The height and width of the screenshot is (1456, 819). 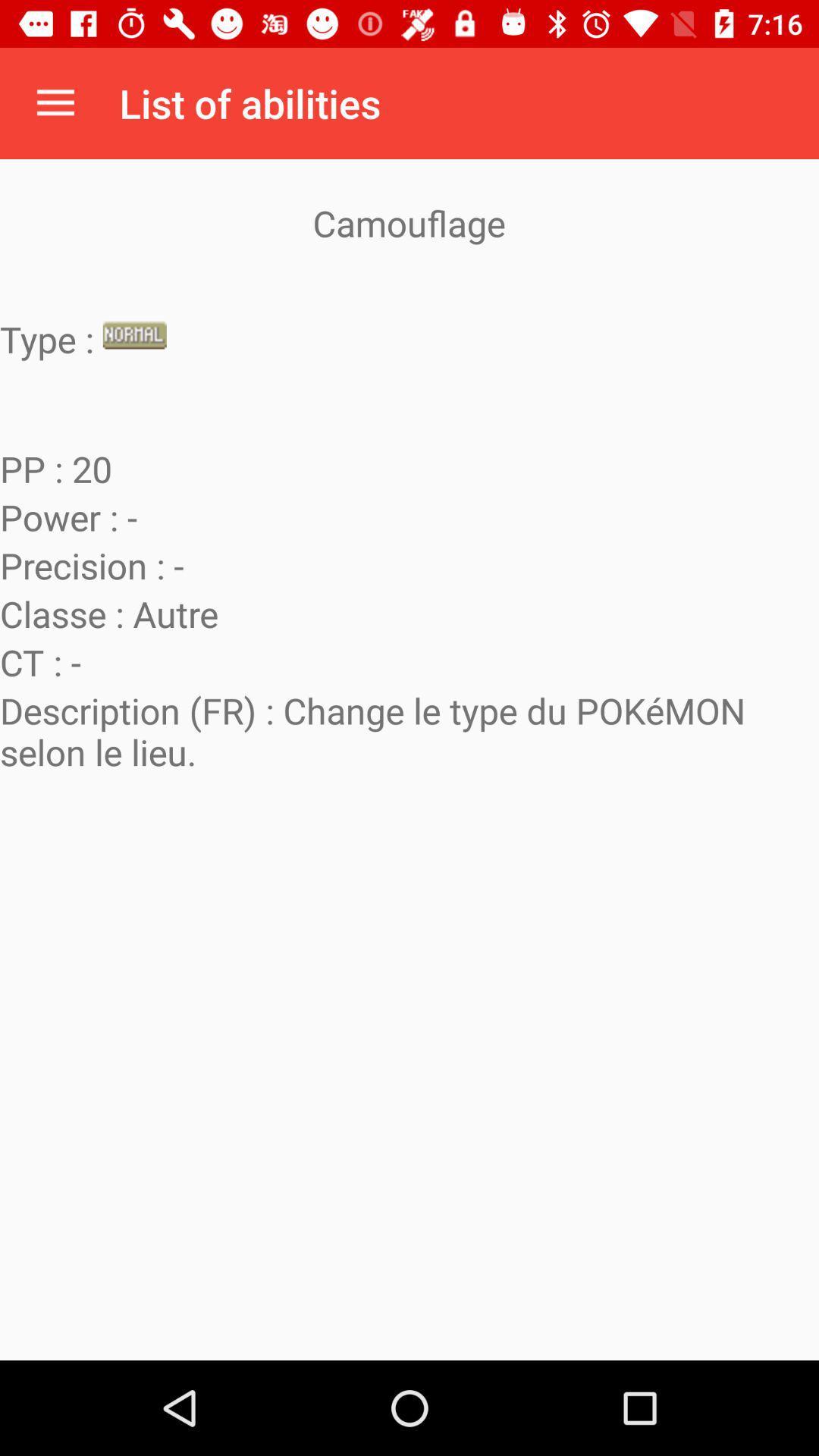 What do you see at coordinates (55, 102) in the screenshot?
I see `the app to the left of list of abilities` at bounding box center [55, 102].